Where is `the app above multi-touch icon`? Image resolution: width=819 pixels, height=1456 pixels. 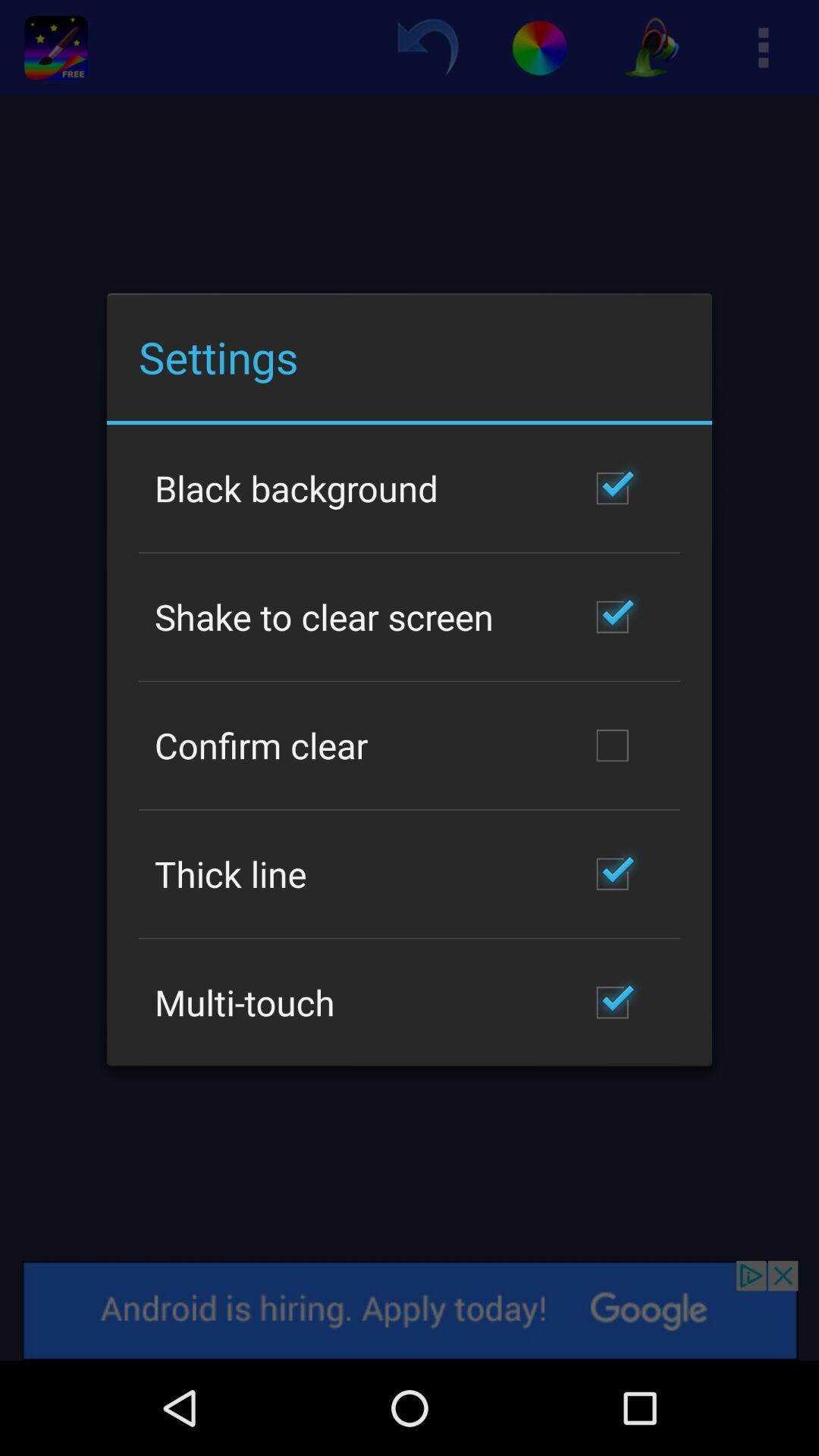
the app above multi-touch icon is located at coordinates (231, 874).